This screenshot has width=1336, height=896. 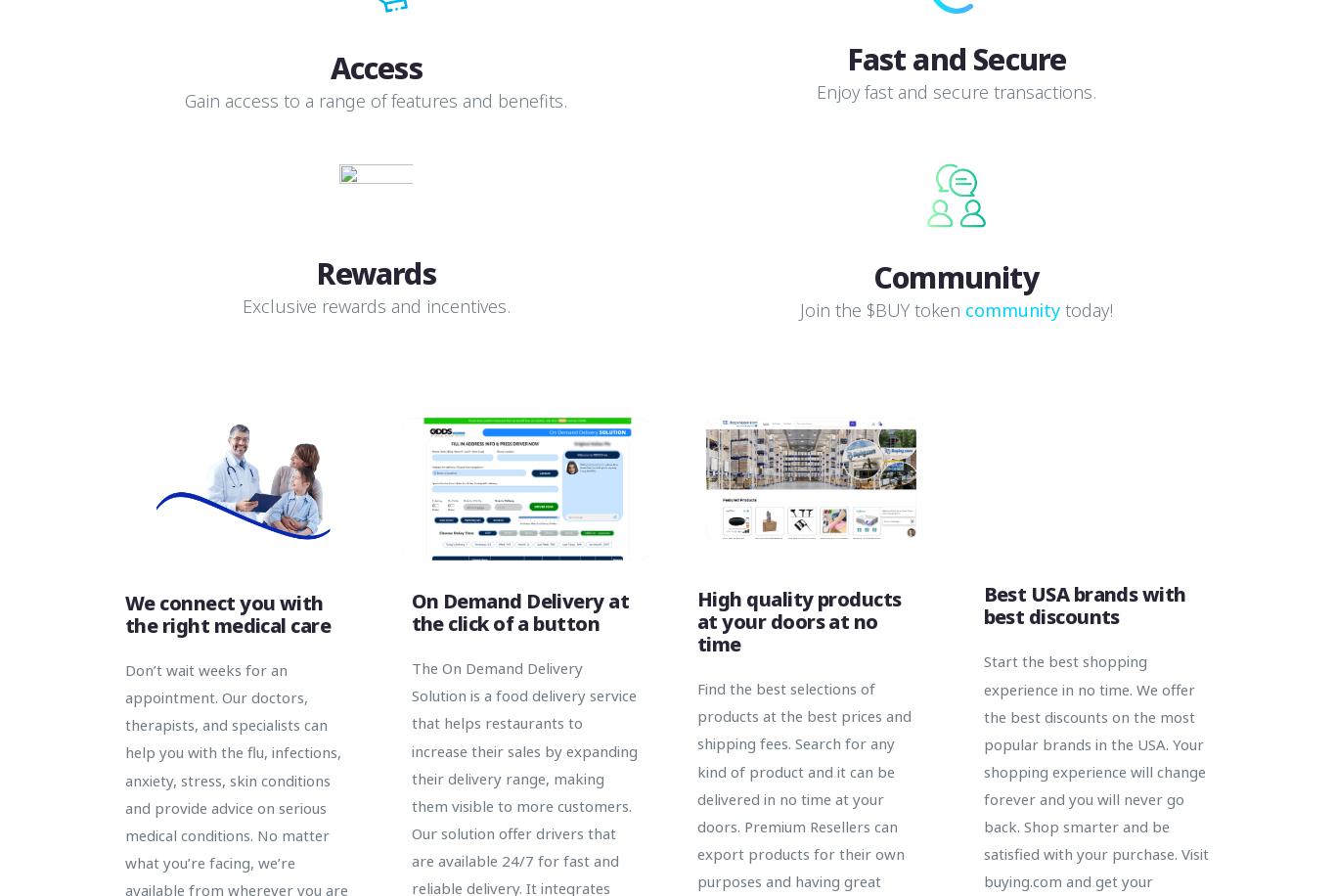 I want to click on 'Join the $BUY token', so click(x=880, y=309).